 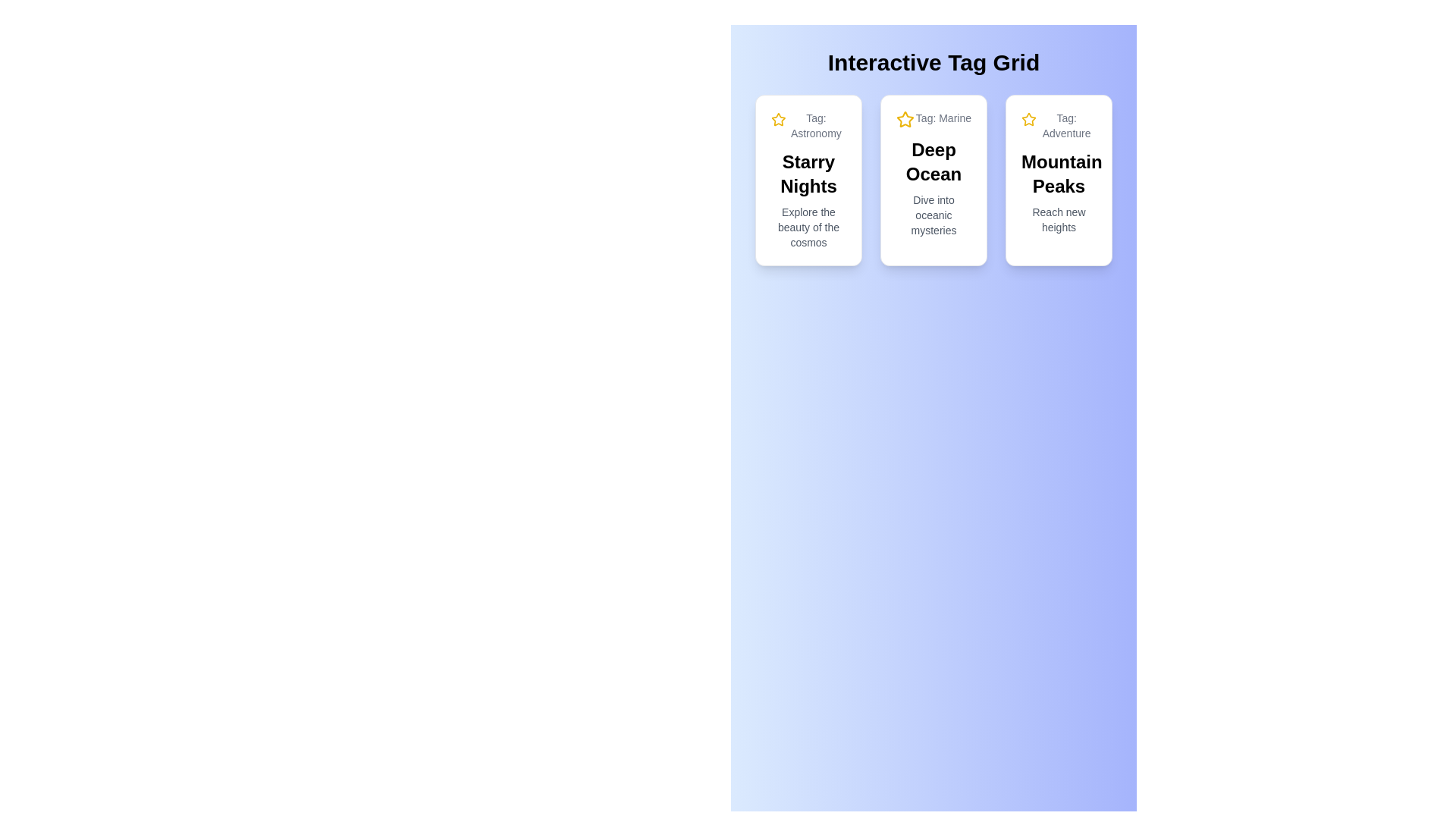 I want to click on the icon that allows users to mark or rate the grid item in the second card titled 'Deep Ocean', located to the left of the card's title 'Tag: Marine', so click(x=905, y=119).